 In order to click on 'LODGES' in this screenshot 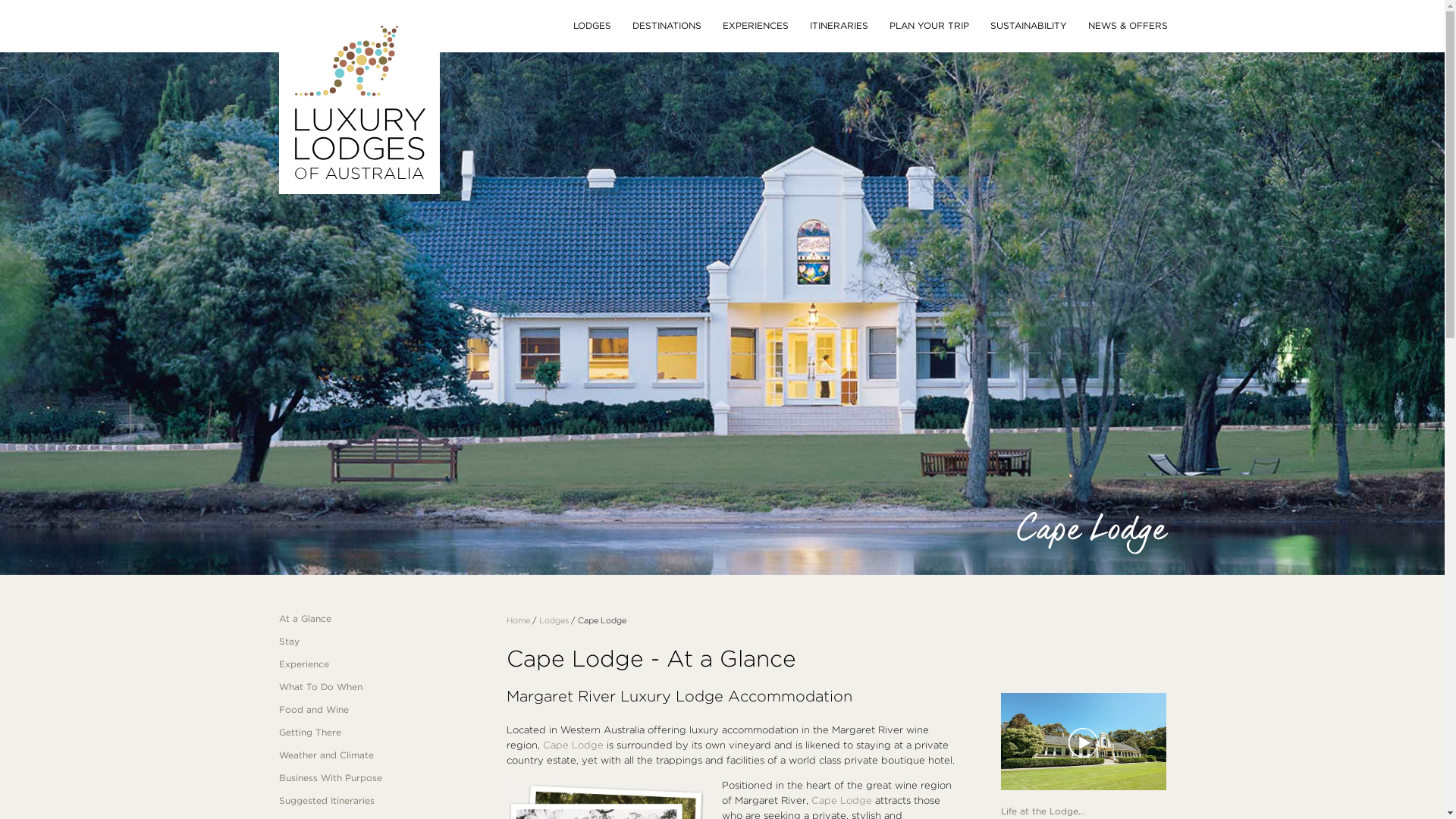, I will do `click(591, 26)`.